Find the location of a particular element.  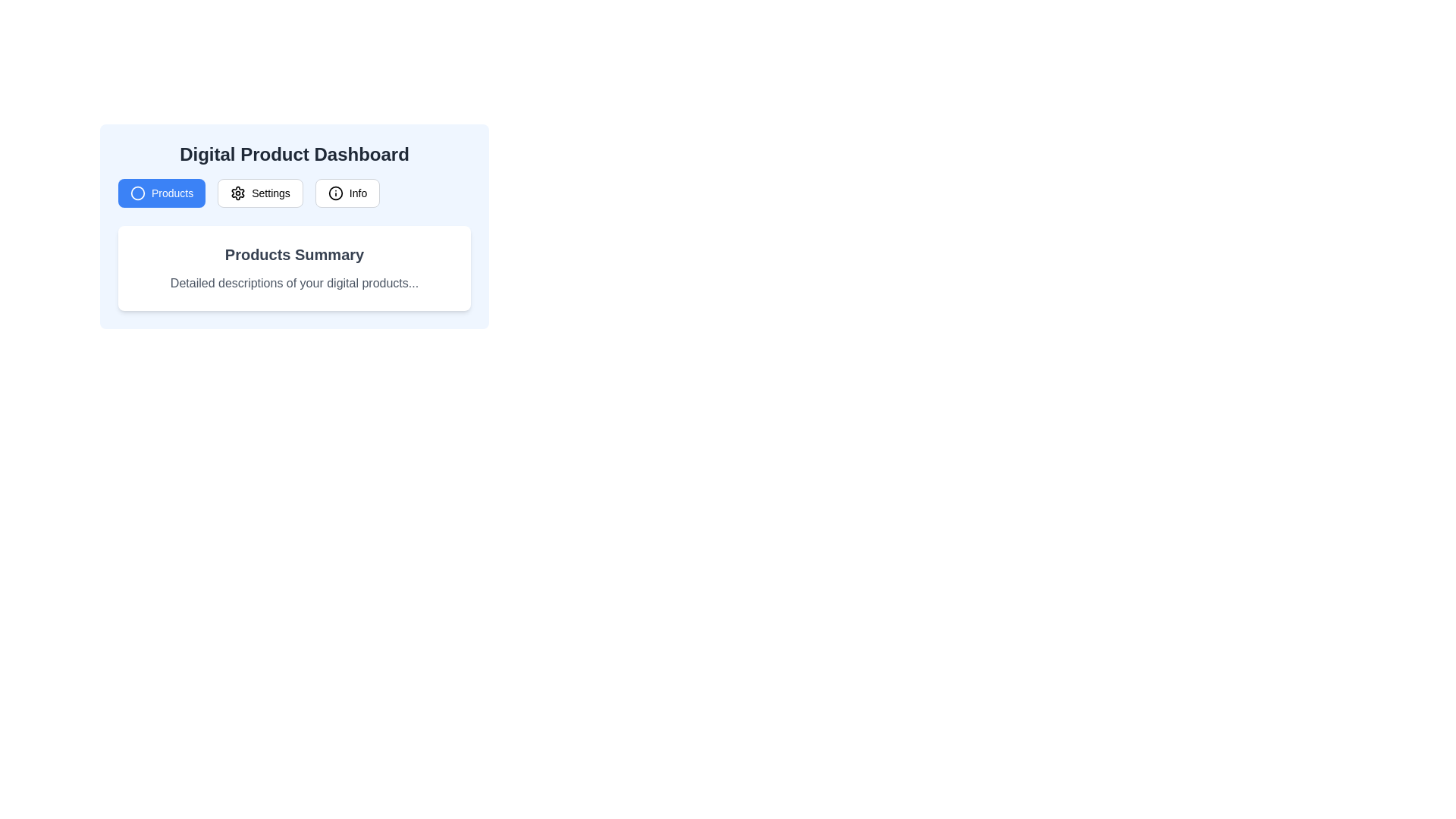

the 'Settings' button, which is a rectangular button with rounded corners, white background, grey border, and a gear icon on the left is located at coordinates (260, 192).